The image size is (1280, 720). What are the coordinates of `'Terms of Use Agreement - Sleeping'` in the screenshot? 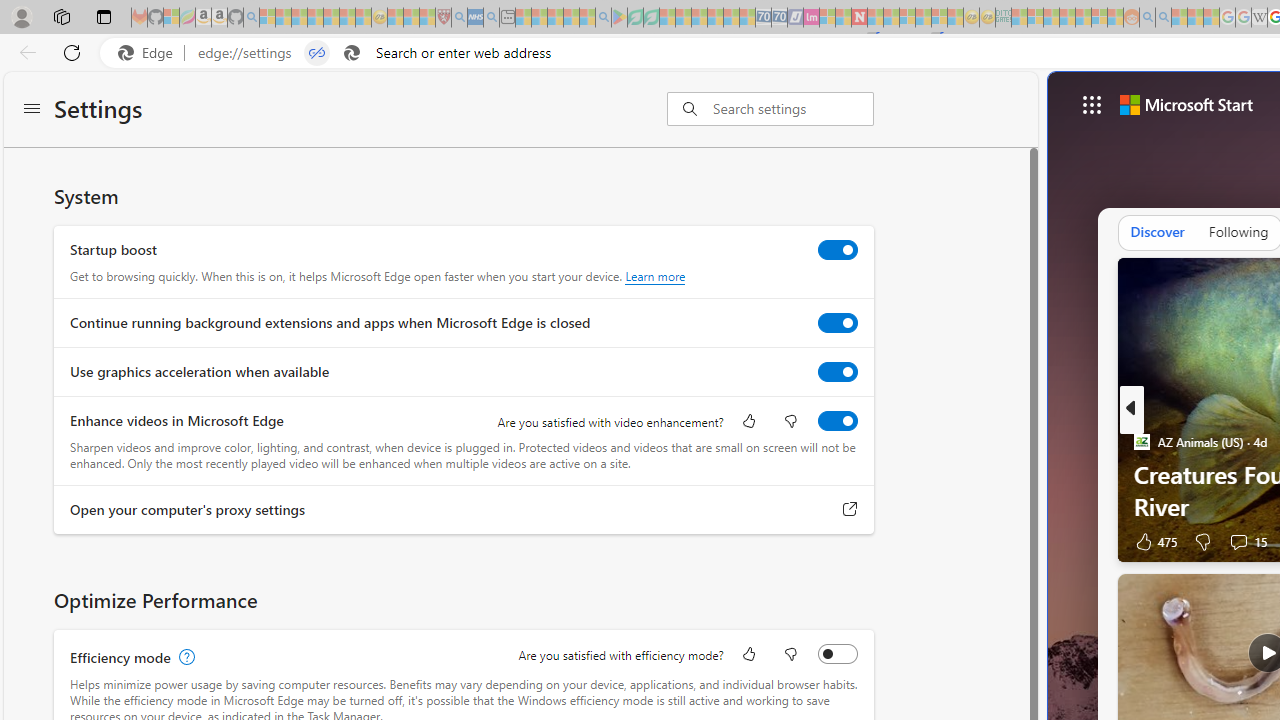 It's located at (634, 17).